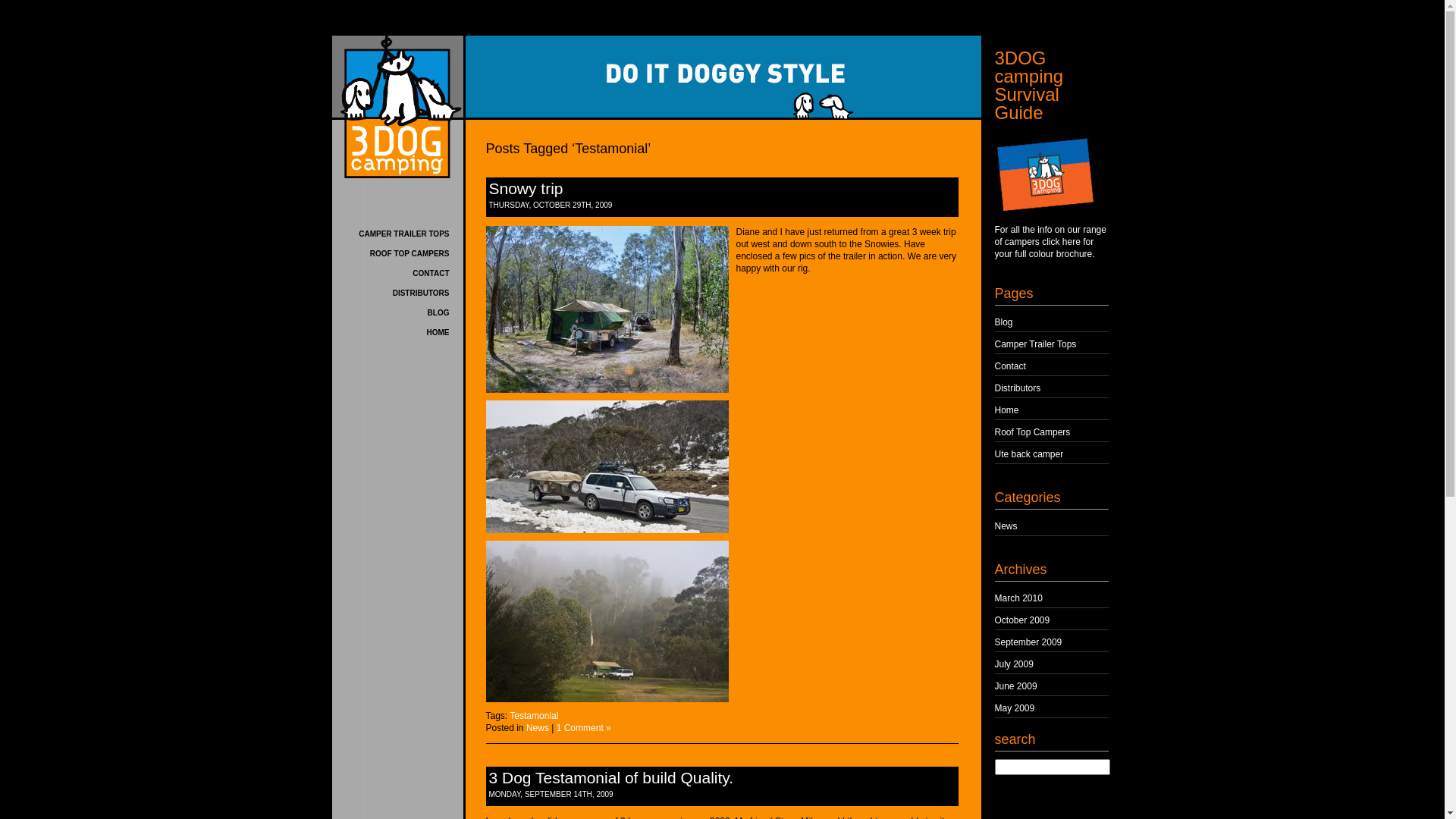 This screenshot has height=819, width=1456. I want to click on 'News', so click(526, 727).